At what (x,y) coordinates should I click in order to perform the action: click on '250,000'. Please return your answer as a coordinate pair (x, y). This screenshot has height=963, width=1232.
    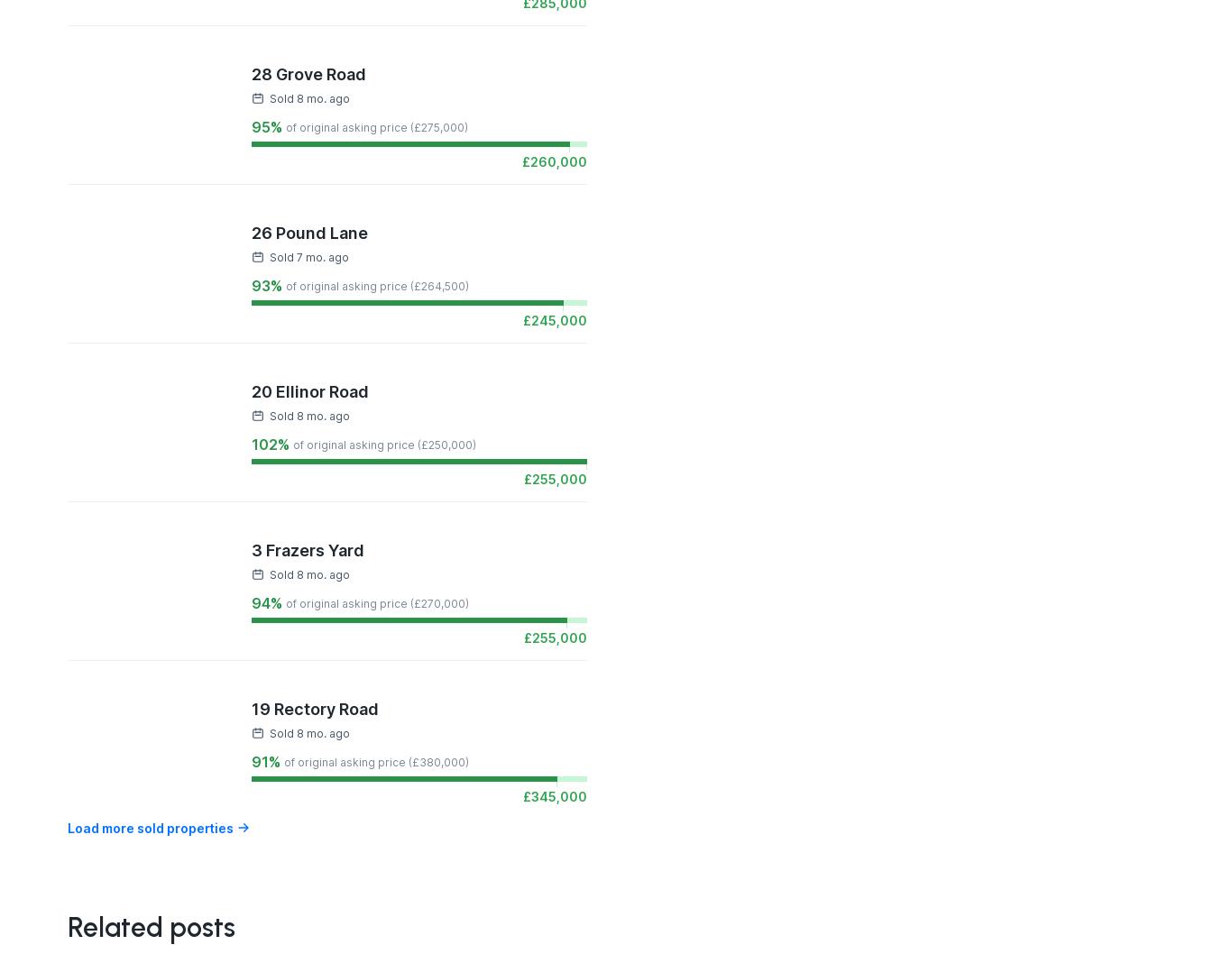
    Looking at the image, I should click on (450, 444).